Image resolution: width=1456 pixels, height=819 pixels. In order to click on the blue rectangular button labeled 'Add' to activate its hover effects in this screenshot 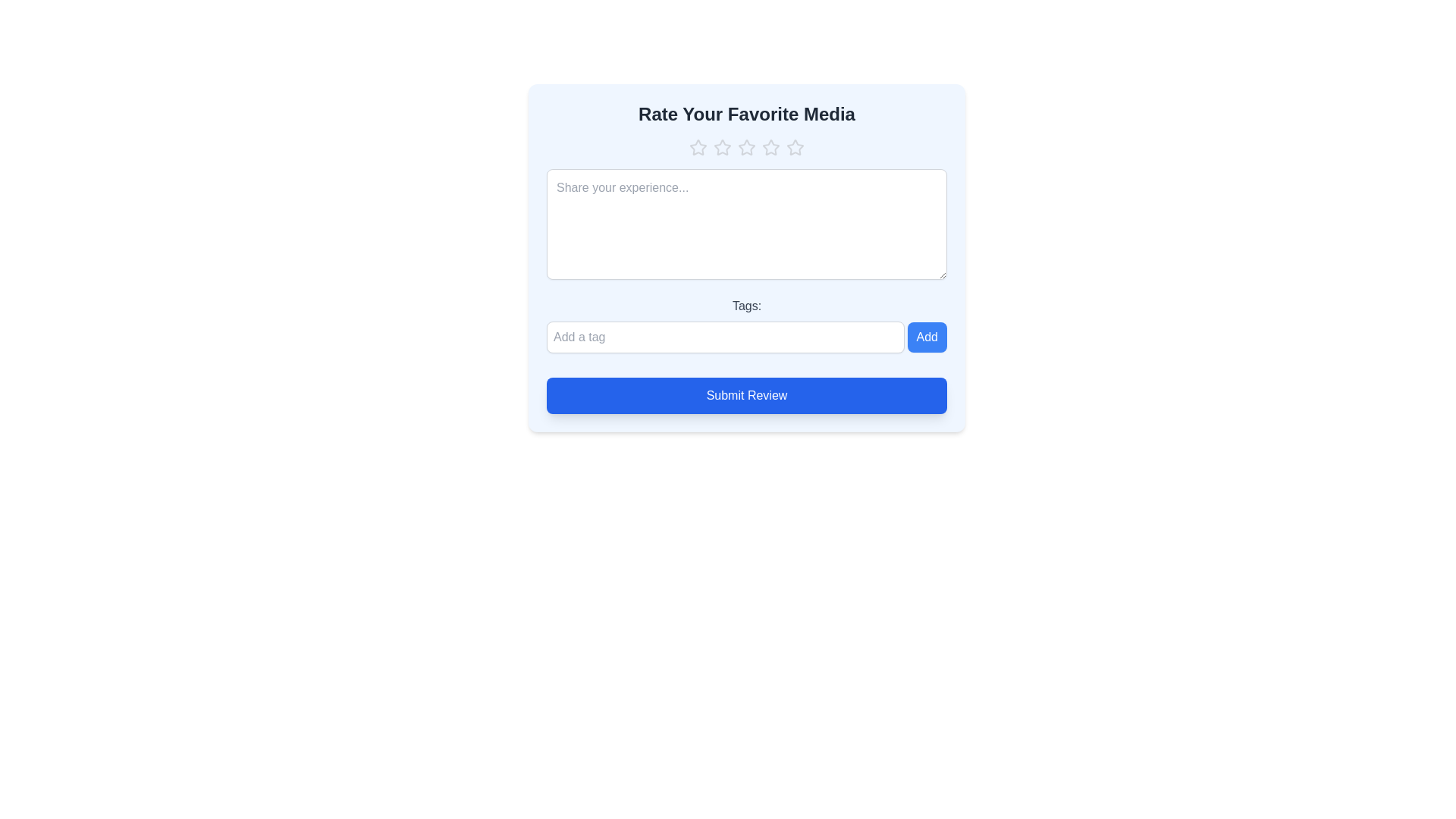, I will do `click(926, 336)`.